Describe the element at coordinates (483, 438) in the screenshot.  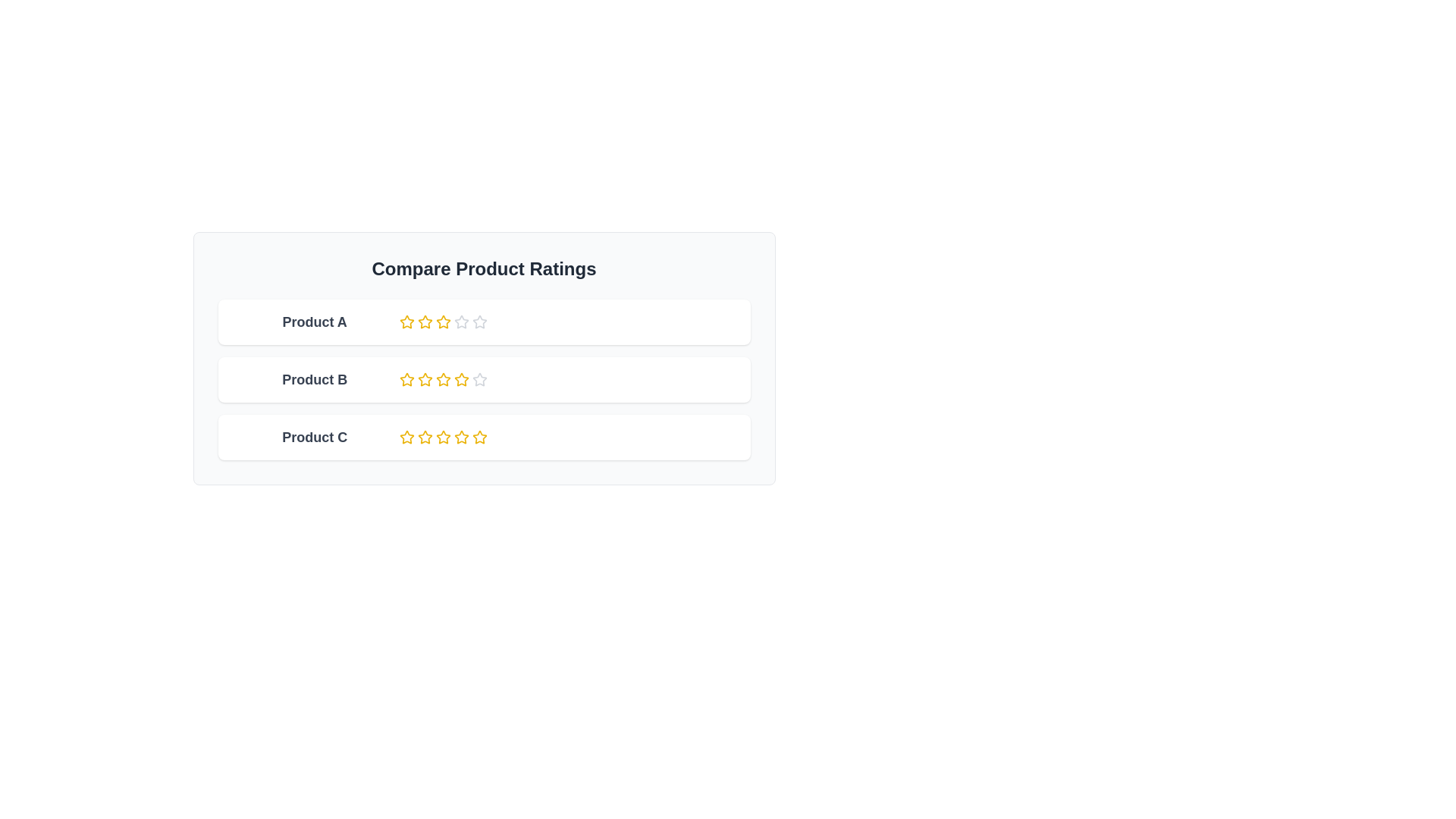
I see `the stars in the horizontal star rating component for 'Product C' to rate the product` at that location.